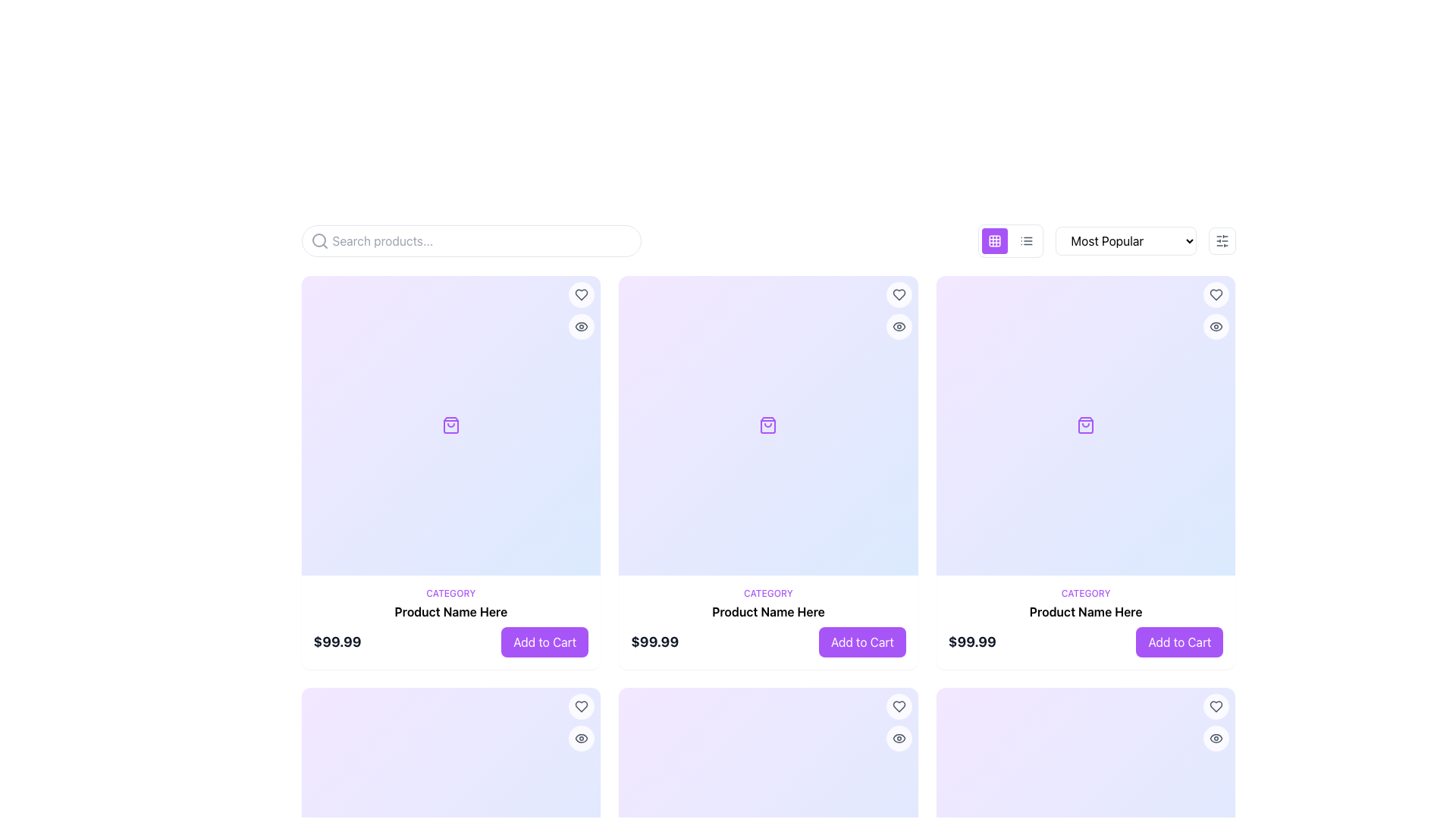 The height and width of the screenshot is (819, 1456). What do you see at coordinates (581, 295) in the screenshot?
I see `the circular interactive button with a heart icon in the top-right corner of the product card to favorite the item` at bounding box center [581, 295].